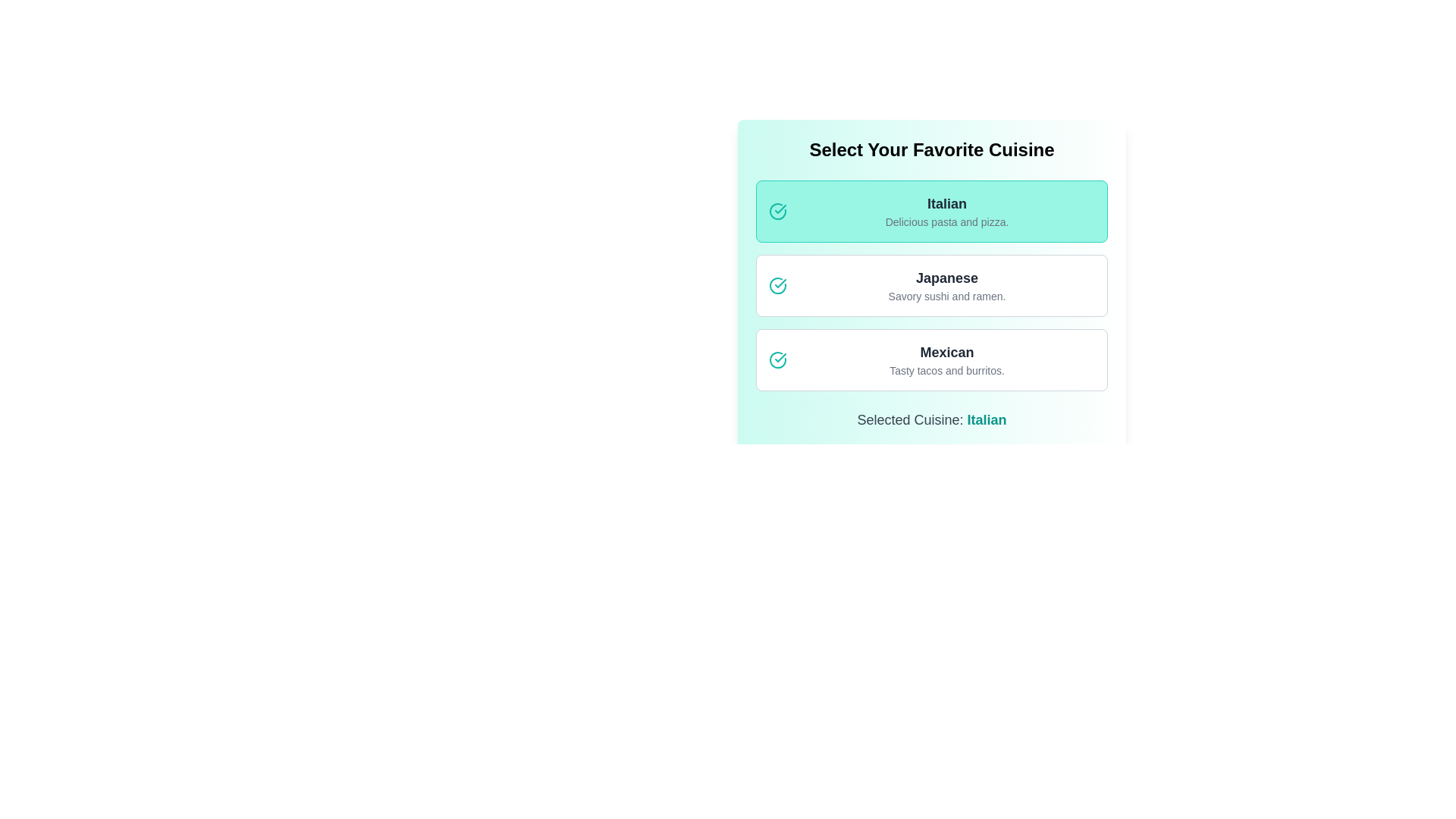 This screenshot has height=819, width=1456. What do you see at coordinates (930, 149) in the screenshot?
I see `text from the header label positioned at the top of the centered card element with a gradient background and rounded corners` at bounding box center [930, 149].